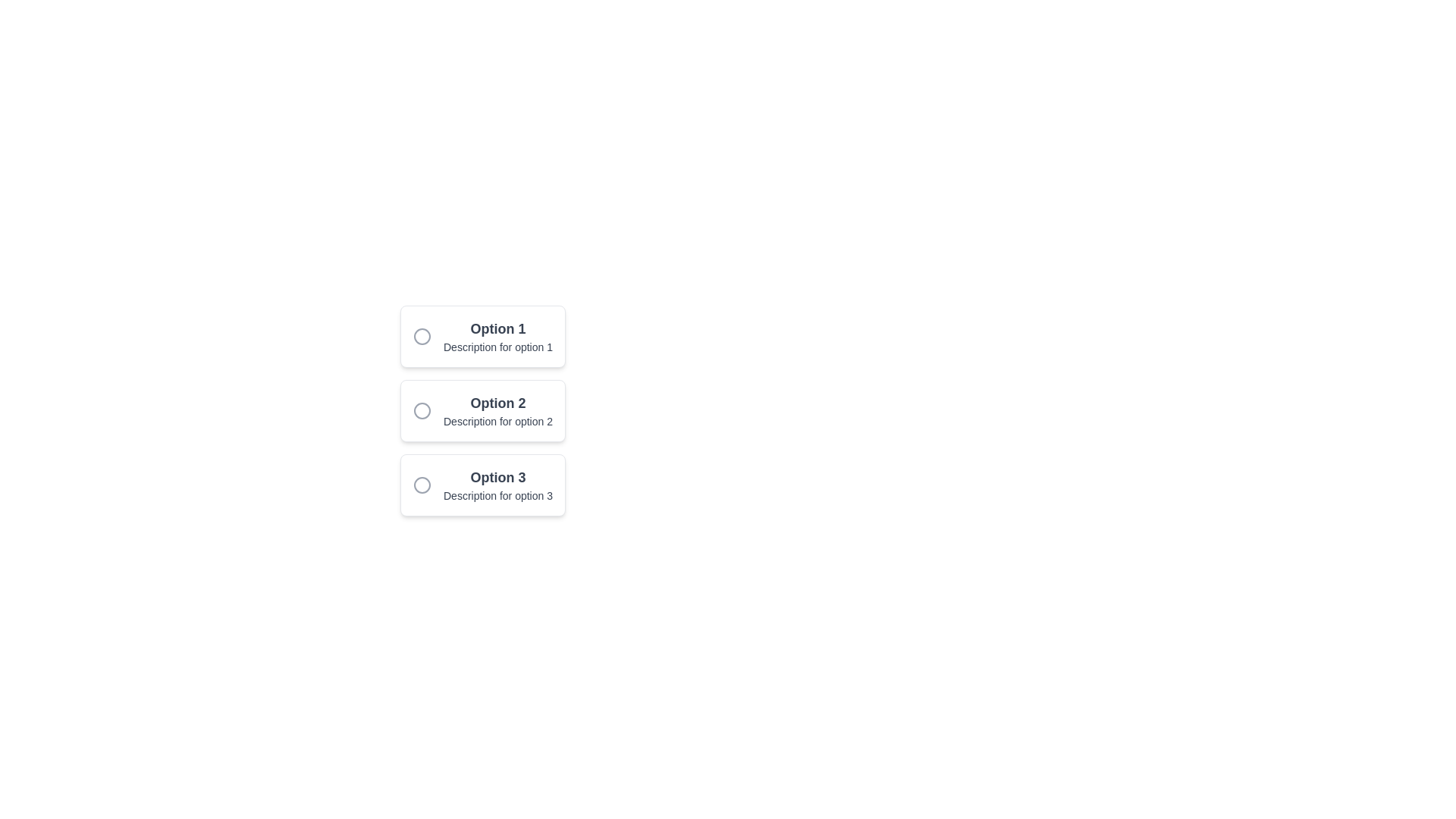 This screenshot has height=819, width=1456. I want to click on the inactive radio button icon (circle) located in the second position of a vertical list of three options, so click(422, 411).